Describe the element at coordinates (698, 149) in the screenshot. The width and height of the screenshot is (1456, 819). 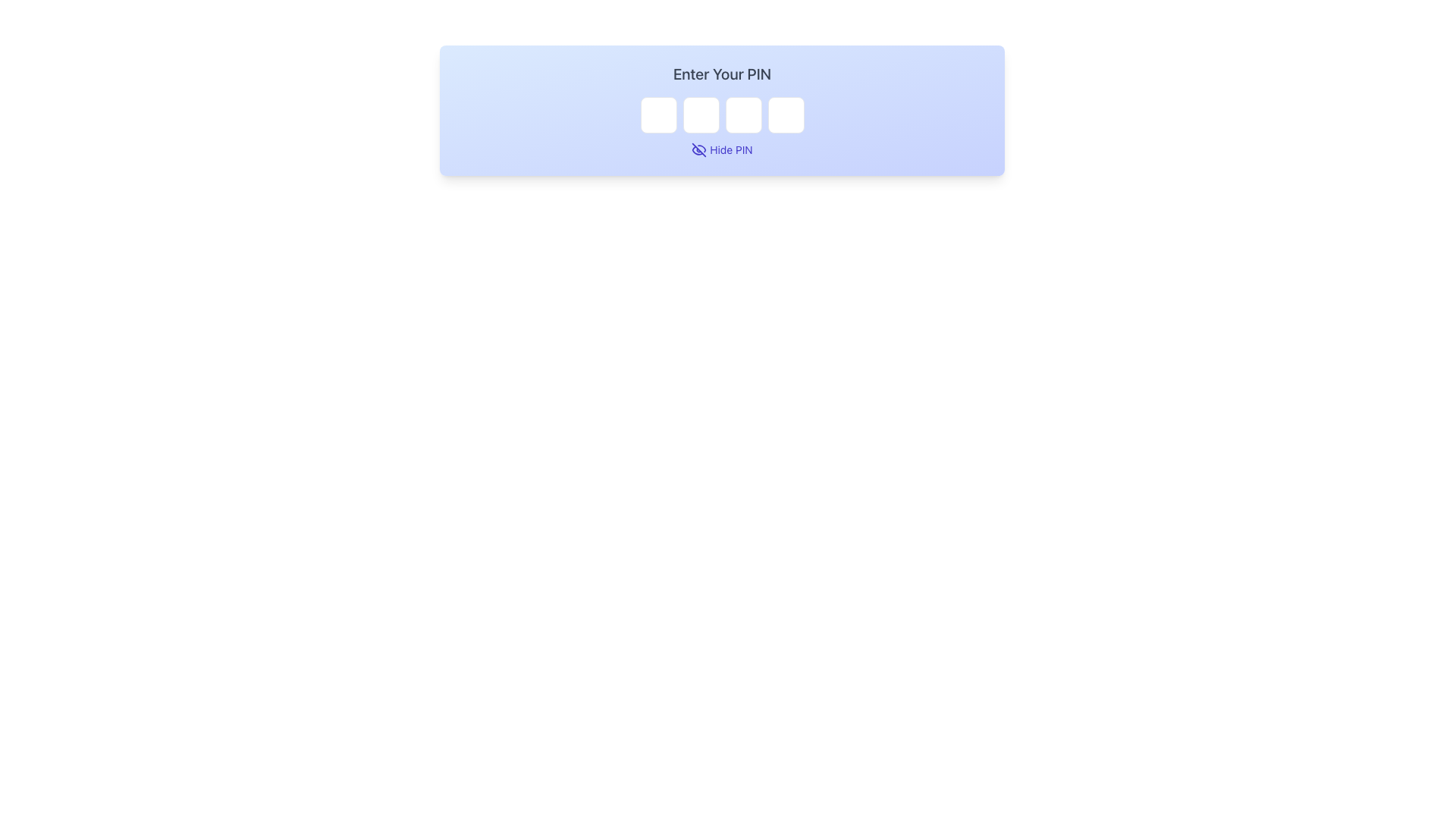
I see `the eye icon with a slash, located to the left of the 'Hide PIN' text at the bottom of the PIN input area` at that location.